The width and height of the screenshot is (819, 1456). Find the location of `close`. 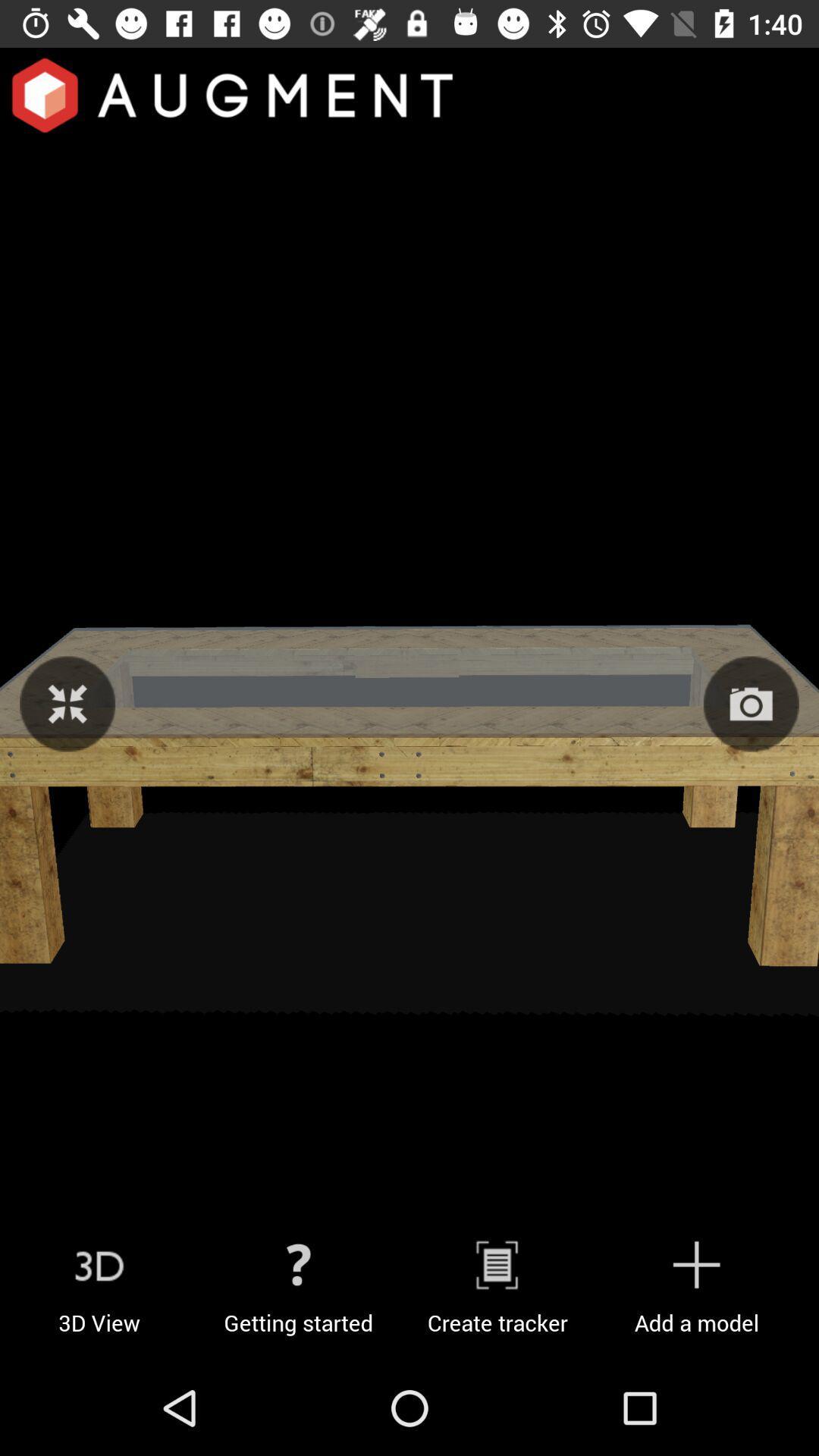

close is located at coordinates (67, 703).